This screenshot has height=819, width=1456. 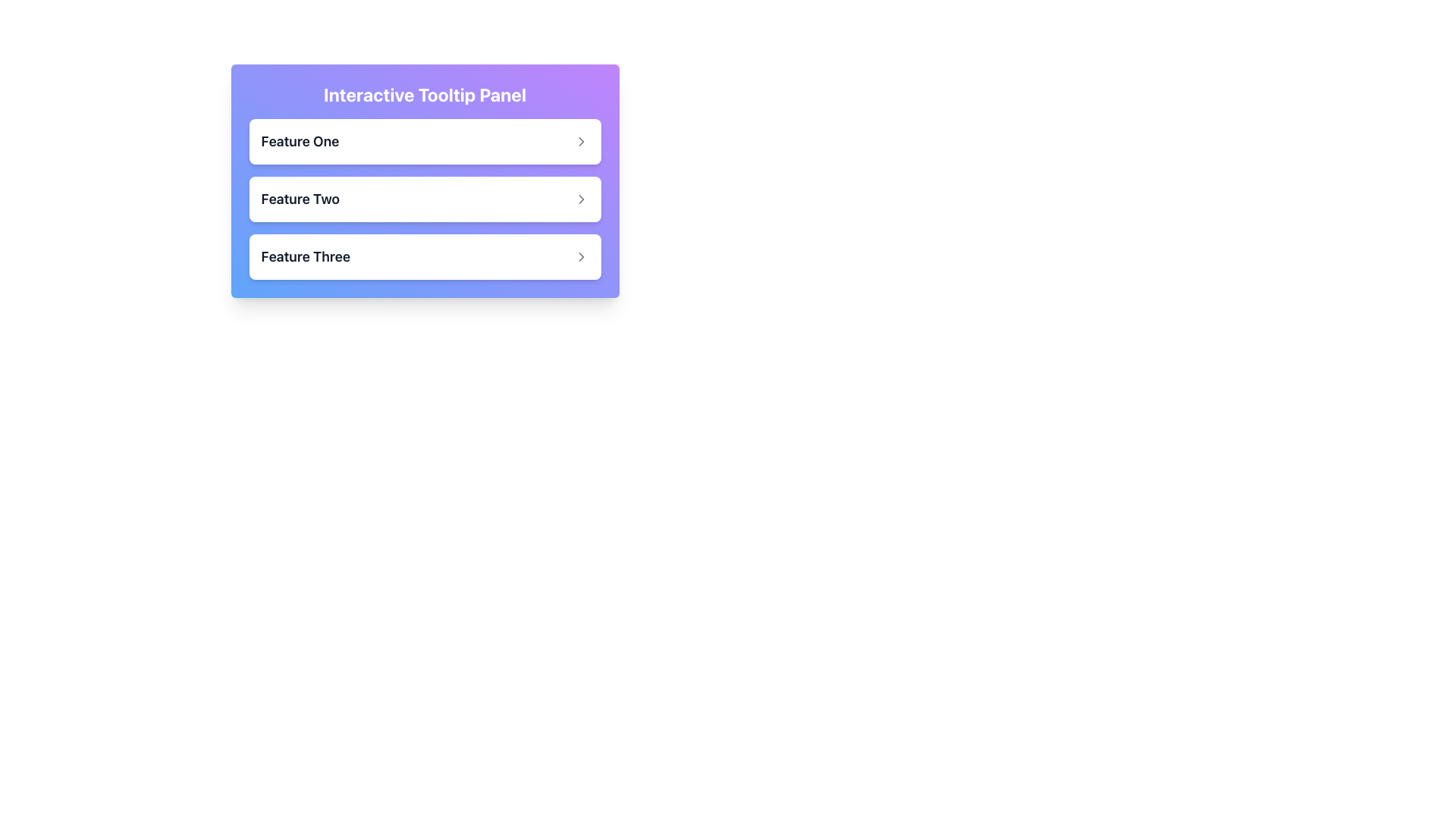 I want to click on the second button labeled 'Feature Two' in a panel with a gradient background from purple to blue, so click(x=425, y=180).